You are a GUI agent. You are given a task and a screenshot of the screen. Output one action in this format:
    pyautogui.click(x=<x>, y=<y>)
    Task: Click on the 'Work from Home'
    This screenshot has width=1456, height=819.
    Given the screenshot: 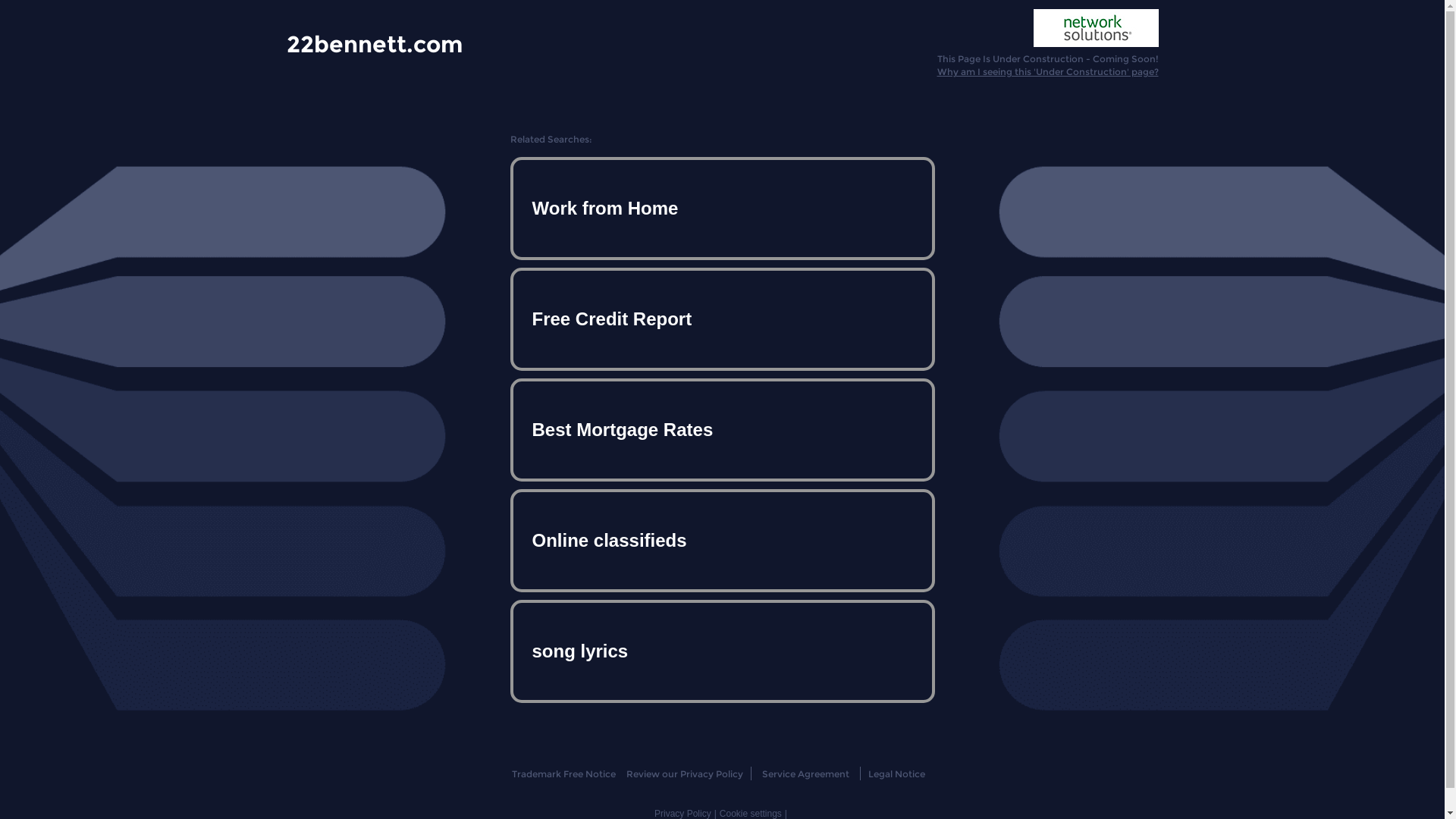 What is the action you would take?
    pyautogui.click(x=720, y=208)
    